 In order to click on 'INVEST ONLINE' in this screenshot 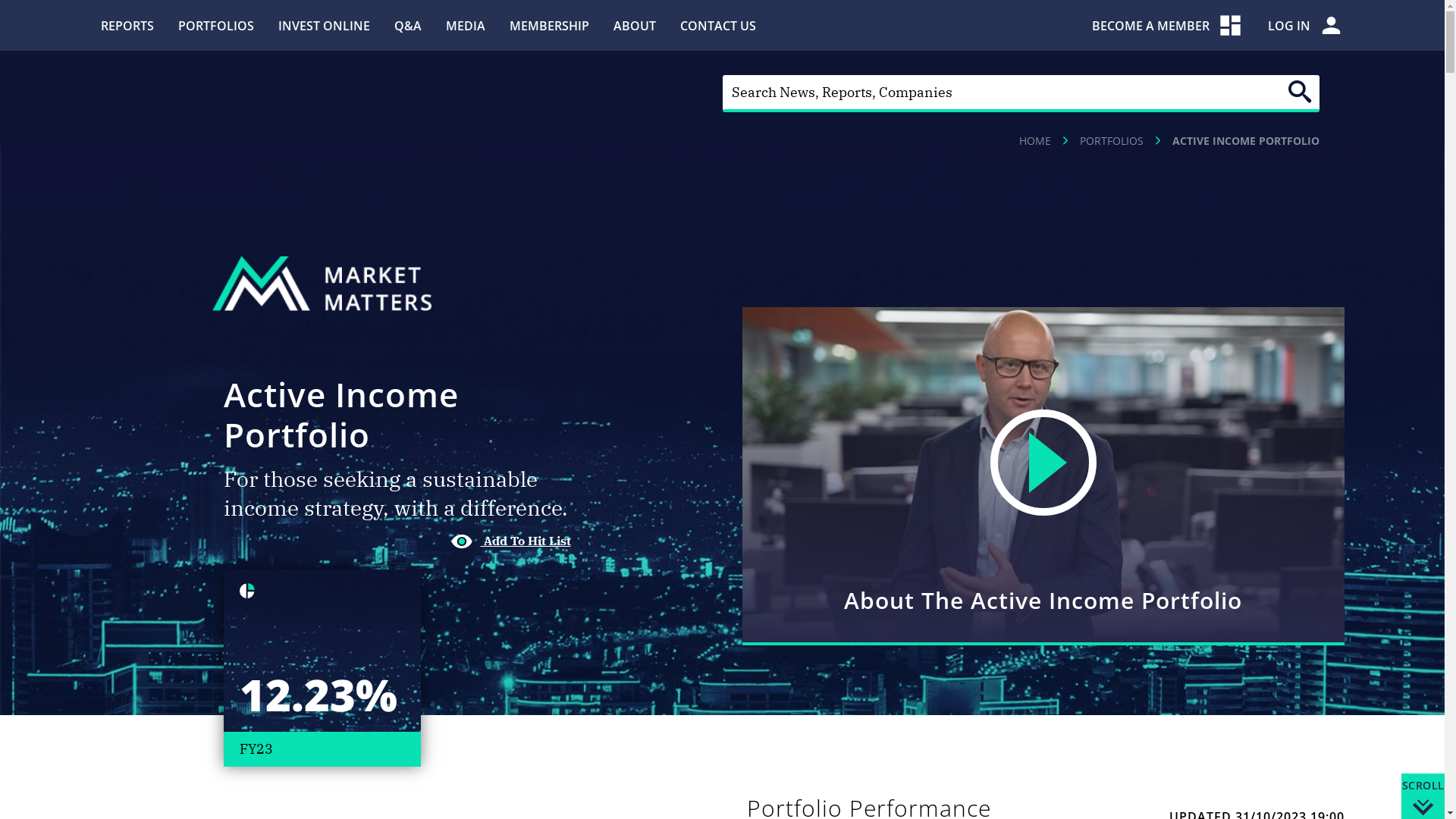, I will do `click(277, 25)`.